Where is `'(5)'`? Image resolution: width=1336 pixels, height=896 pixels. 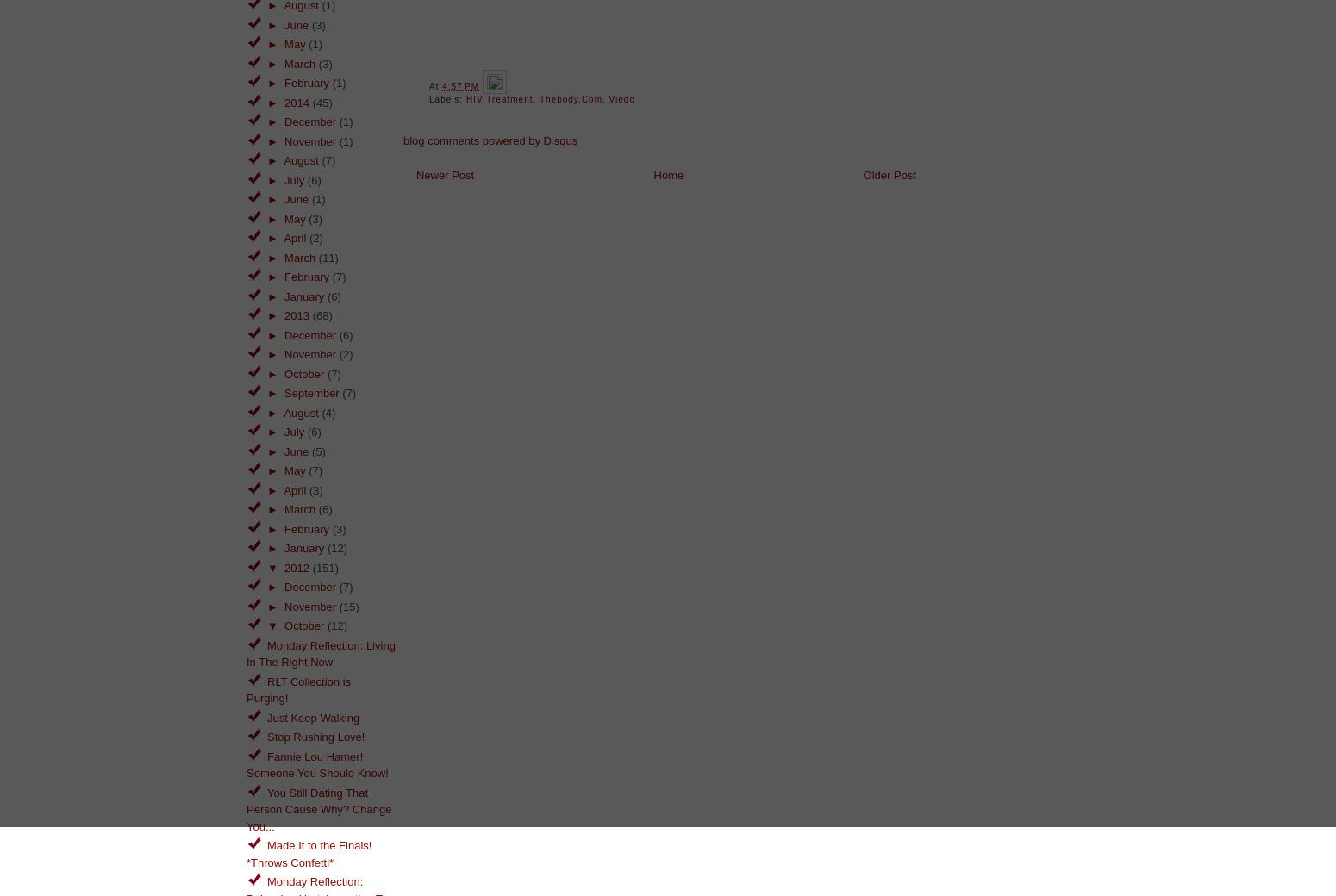 '(5)' is located at coordinates (317, 450).